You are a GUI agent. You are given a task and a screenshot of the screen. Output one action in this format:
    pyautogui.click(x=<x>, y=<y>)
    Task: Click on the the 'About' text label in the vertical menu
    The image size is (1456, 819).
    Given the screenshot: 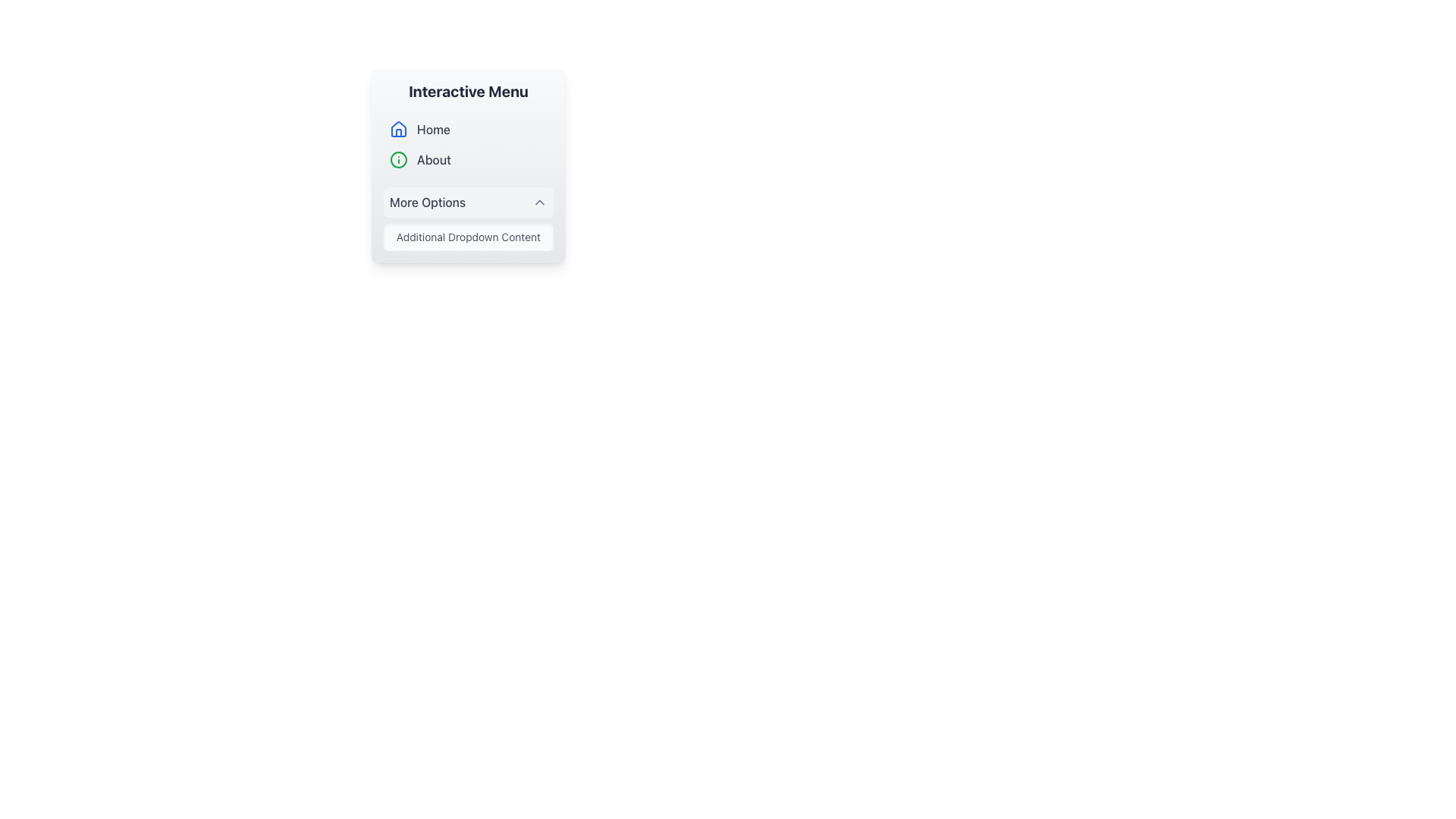 What is the action you would take?
    pyautogui.click(x=433, y=160)
    